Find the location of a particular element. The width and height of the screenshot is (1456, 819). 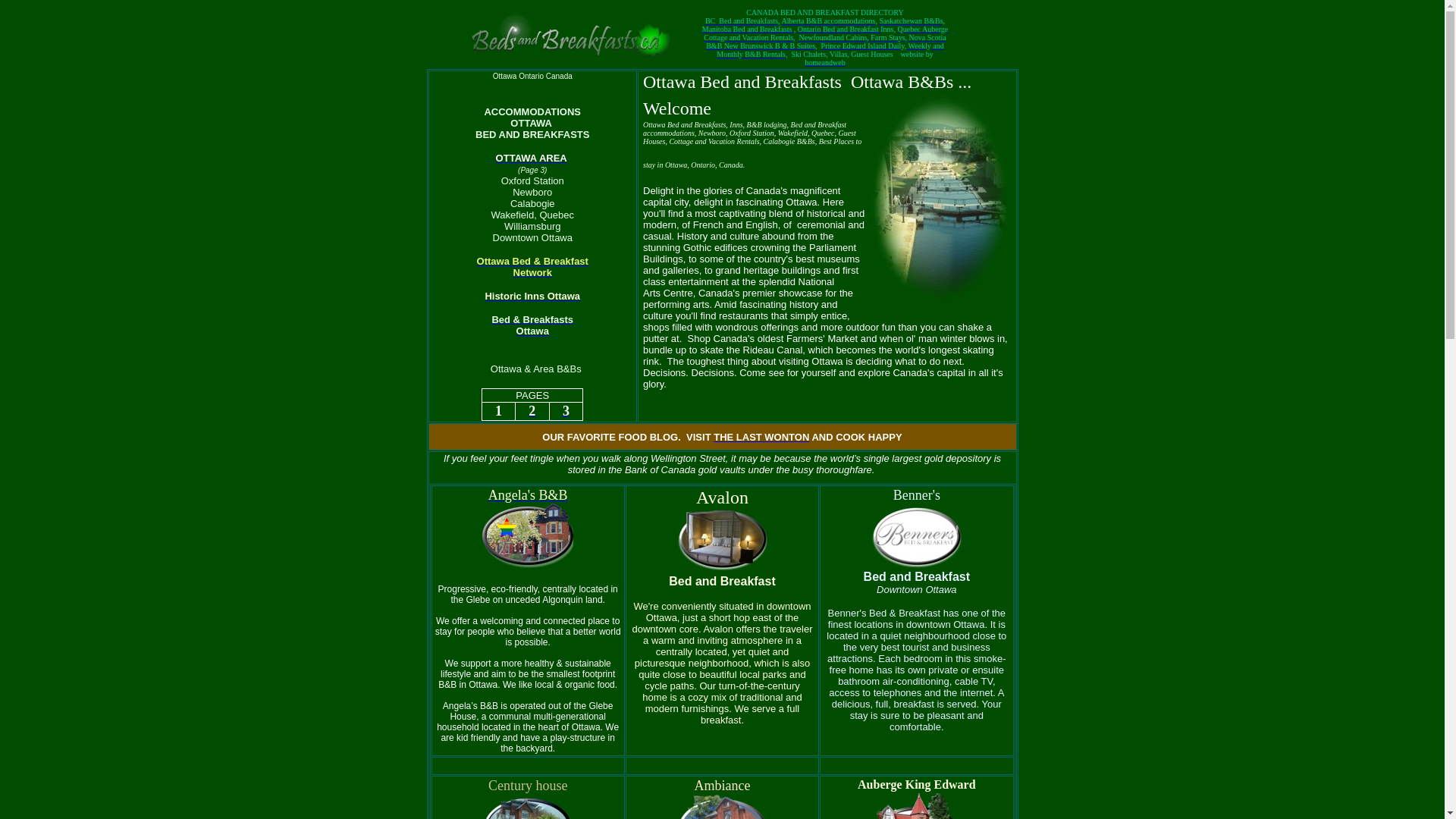

'OTTAWA AREA' is located at coordinates (531, 157).